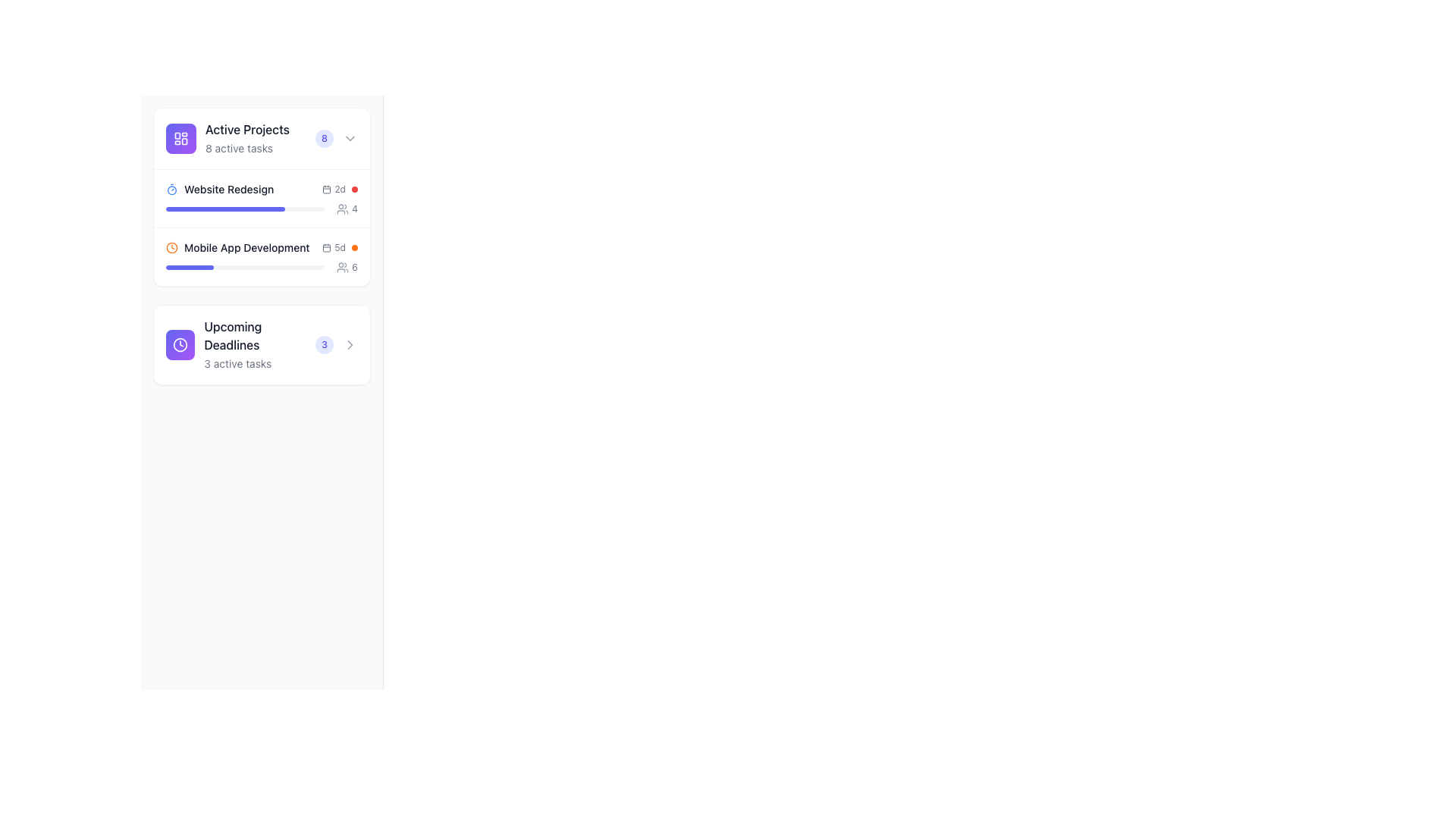 Image resolution: width=1456 pixels, height=819 pixels. I want to click on the project titles within the 'Active Projects' card, so click(262, 196).